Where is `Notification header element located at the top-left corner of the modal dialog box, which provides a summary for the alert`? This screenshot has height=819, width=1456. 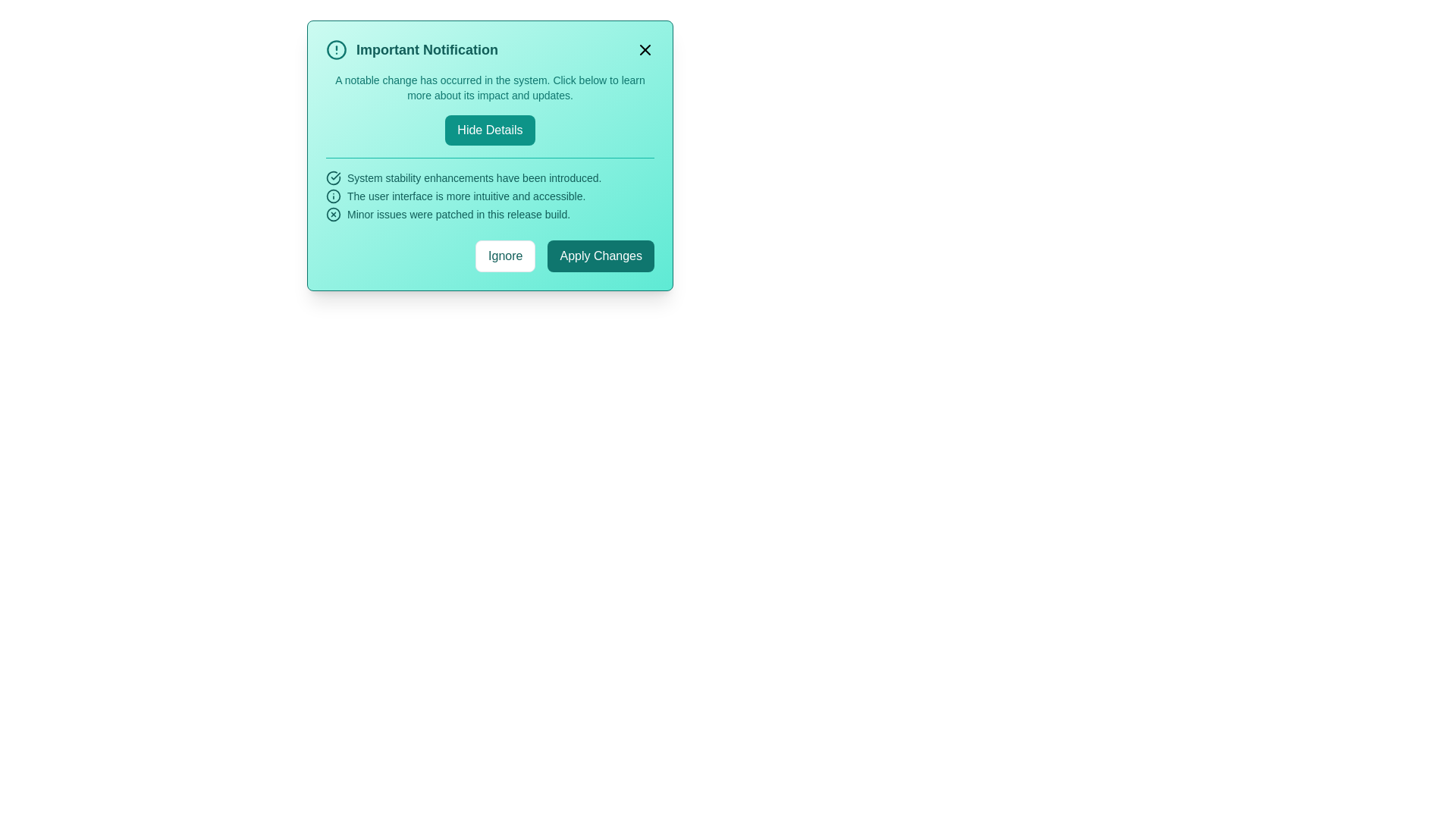 Notification header element located at the top-left corner of the modal dialog box, which provides a summary for the alert is located at coordinates (412, 49).